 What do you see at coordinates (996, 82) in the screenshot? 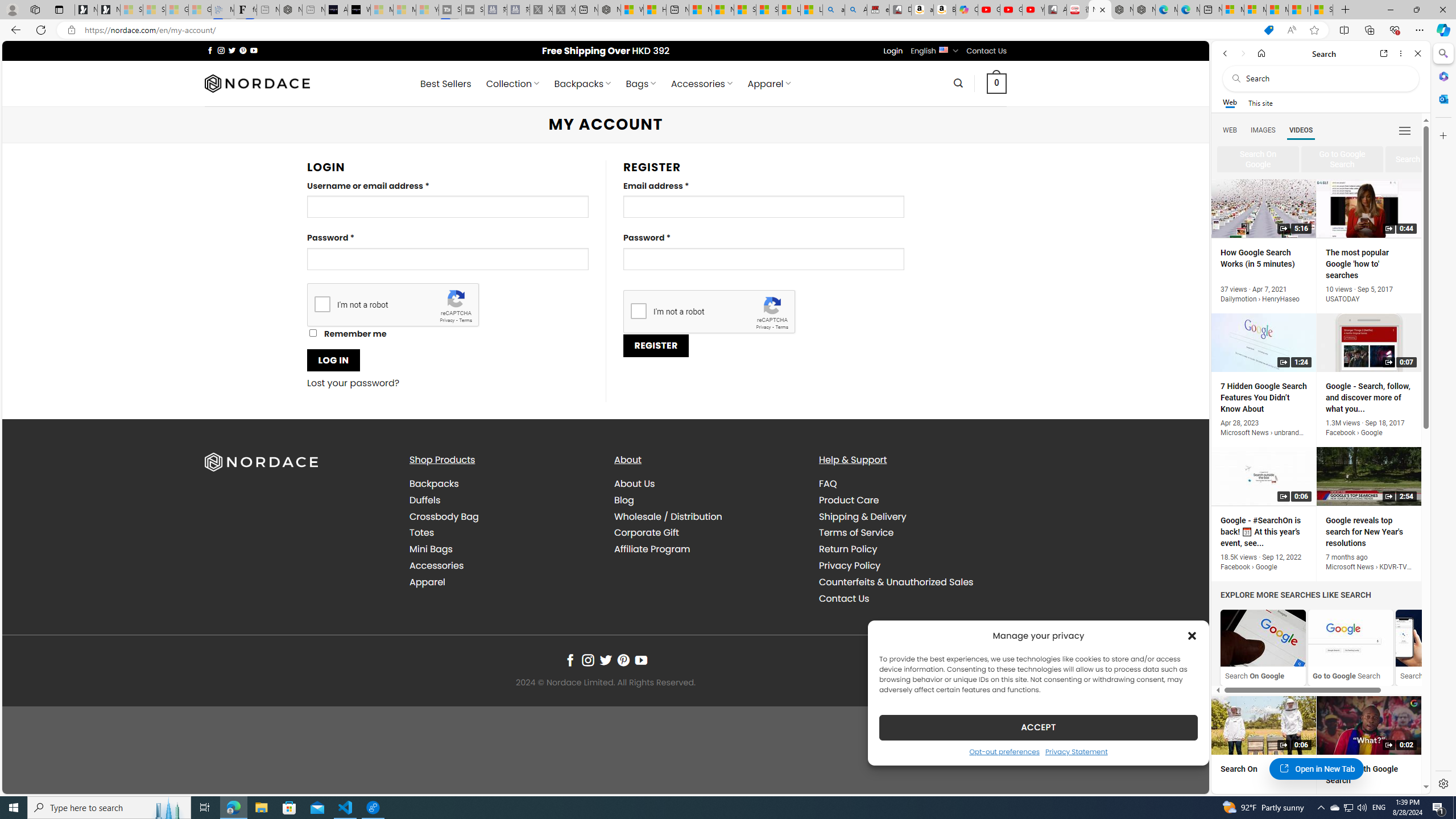
I see `'  0  '` at bounding box center [996, 82].